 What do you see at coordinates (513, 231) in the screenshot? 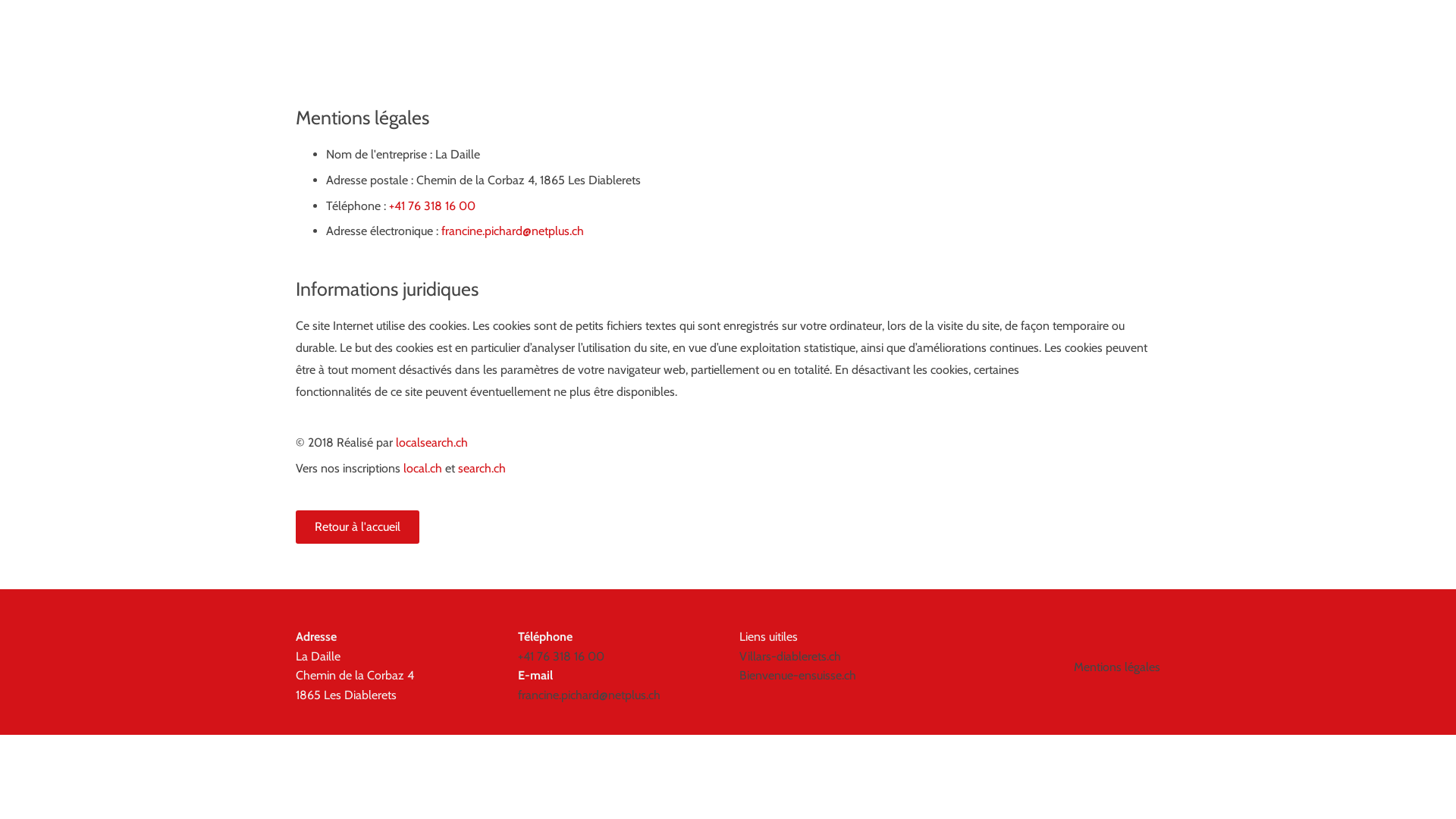
I see `'francine.pichard@netplus.ch'` at bounding box center [513, 231].